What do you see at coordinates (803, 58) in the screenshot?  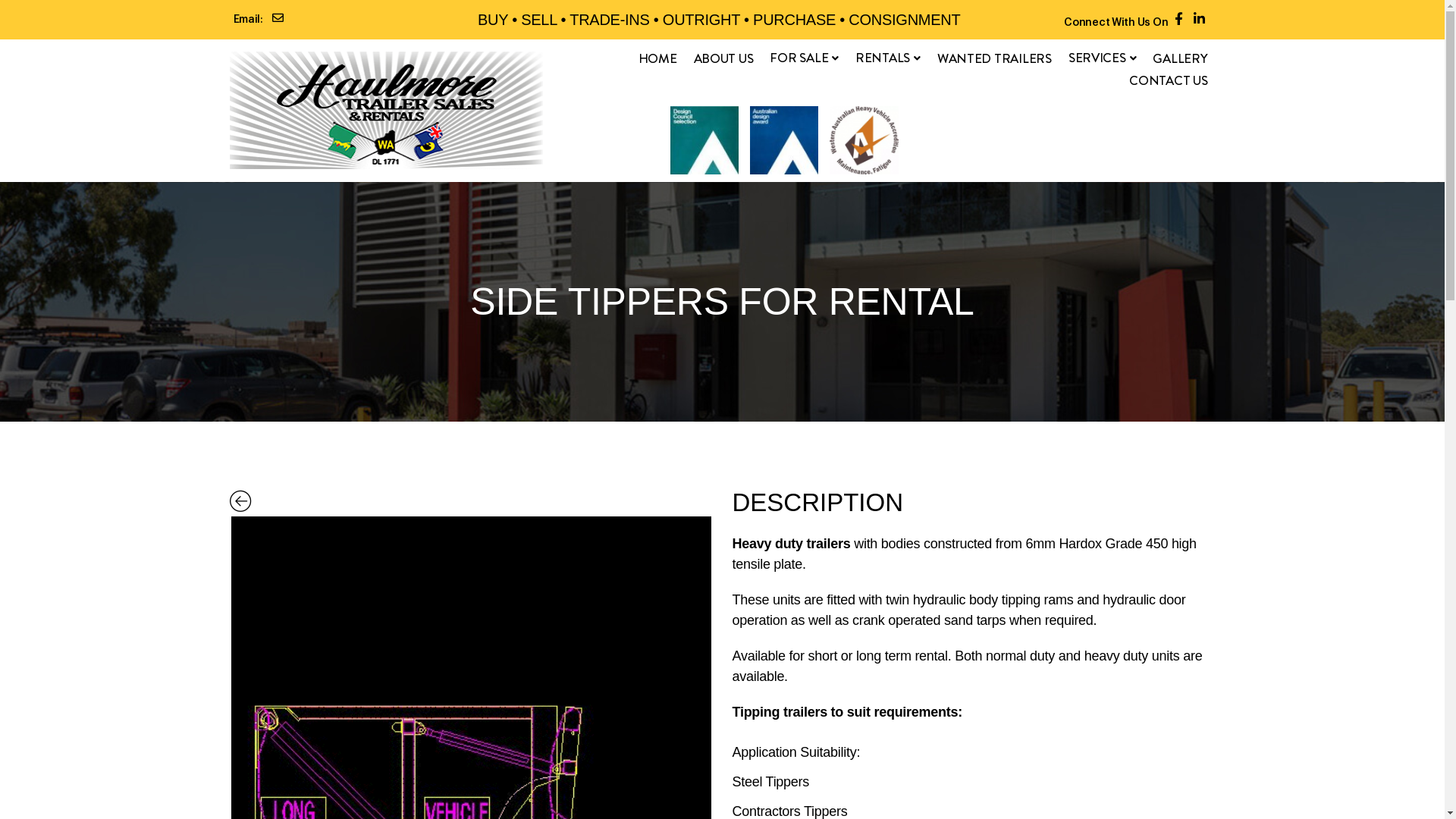 I see `'FOR SALE'` at bounding box center [803, 58].